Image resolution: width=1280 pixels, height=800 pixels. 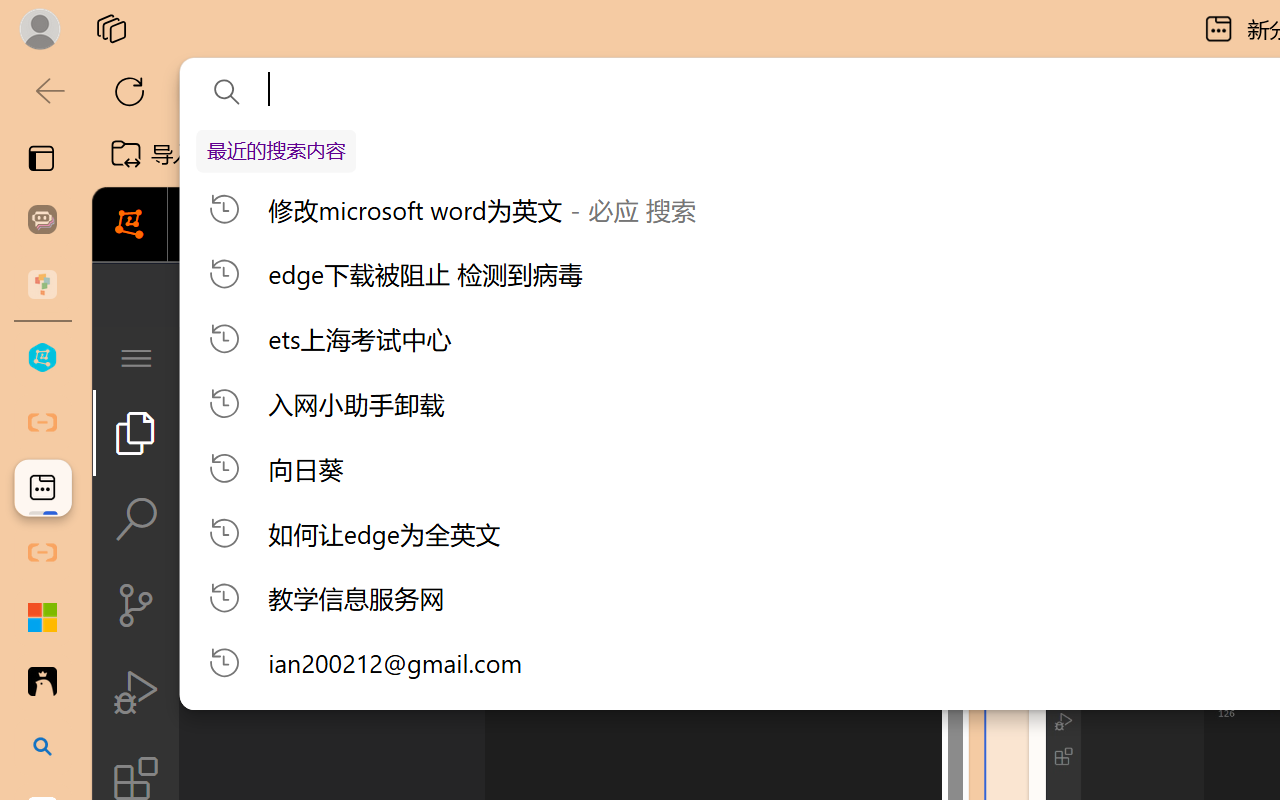 What do you see at coordinates (331, 409) in the screenshot?
I see `'Explorer Section: wangyian'` at bounding box center [331, 409].